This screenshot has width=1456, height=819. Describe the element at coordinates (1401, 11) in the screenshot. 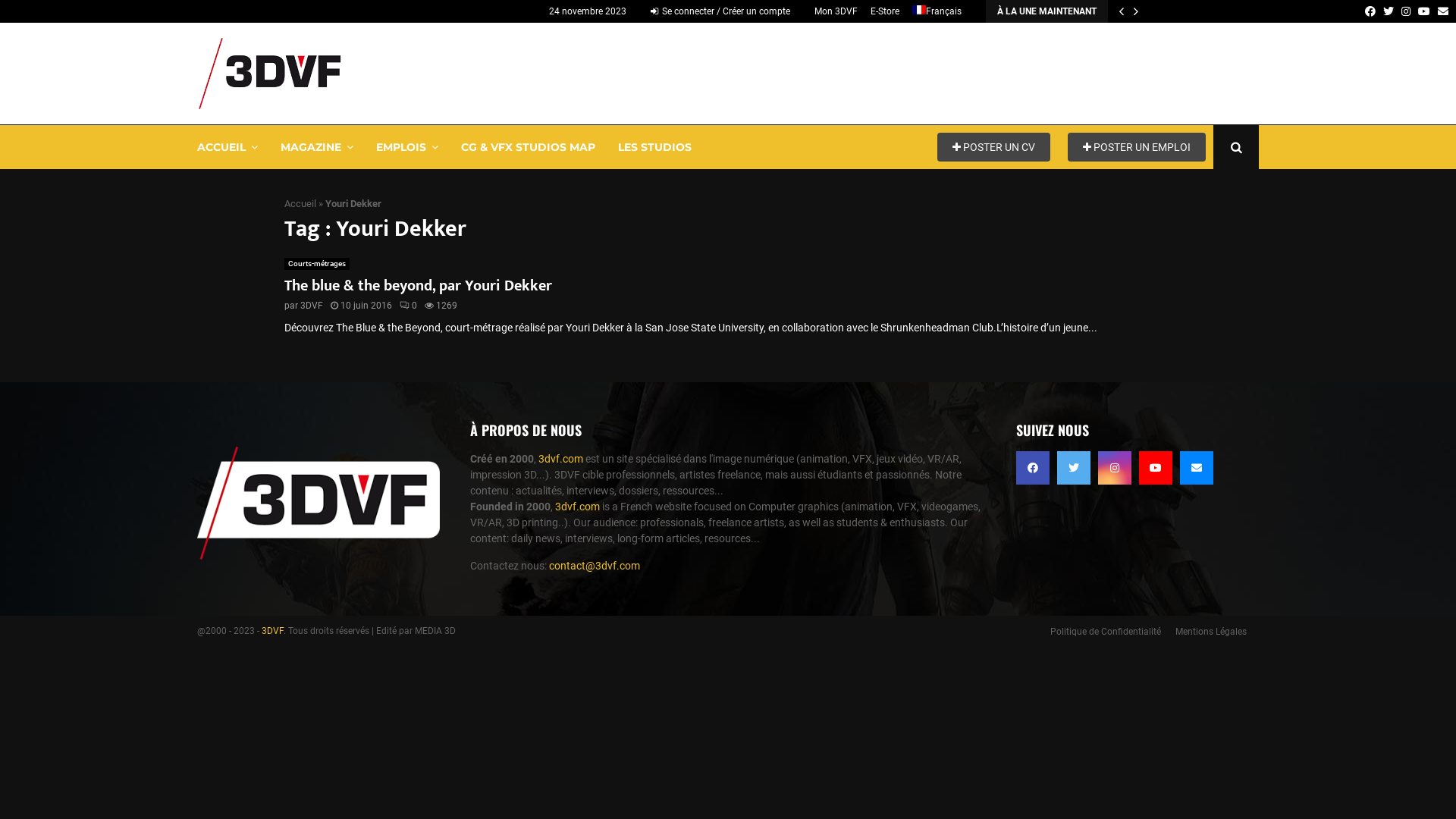

I see `'Instagram'` at that location.